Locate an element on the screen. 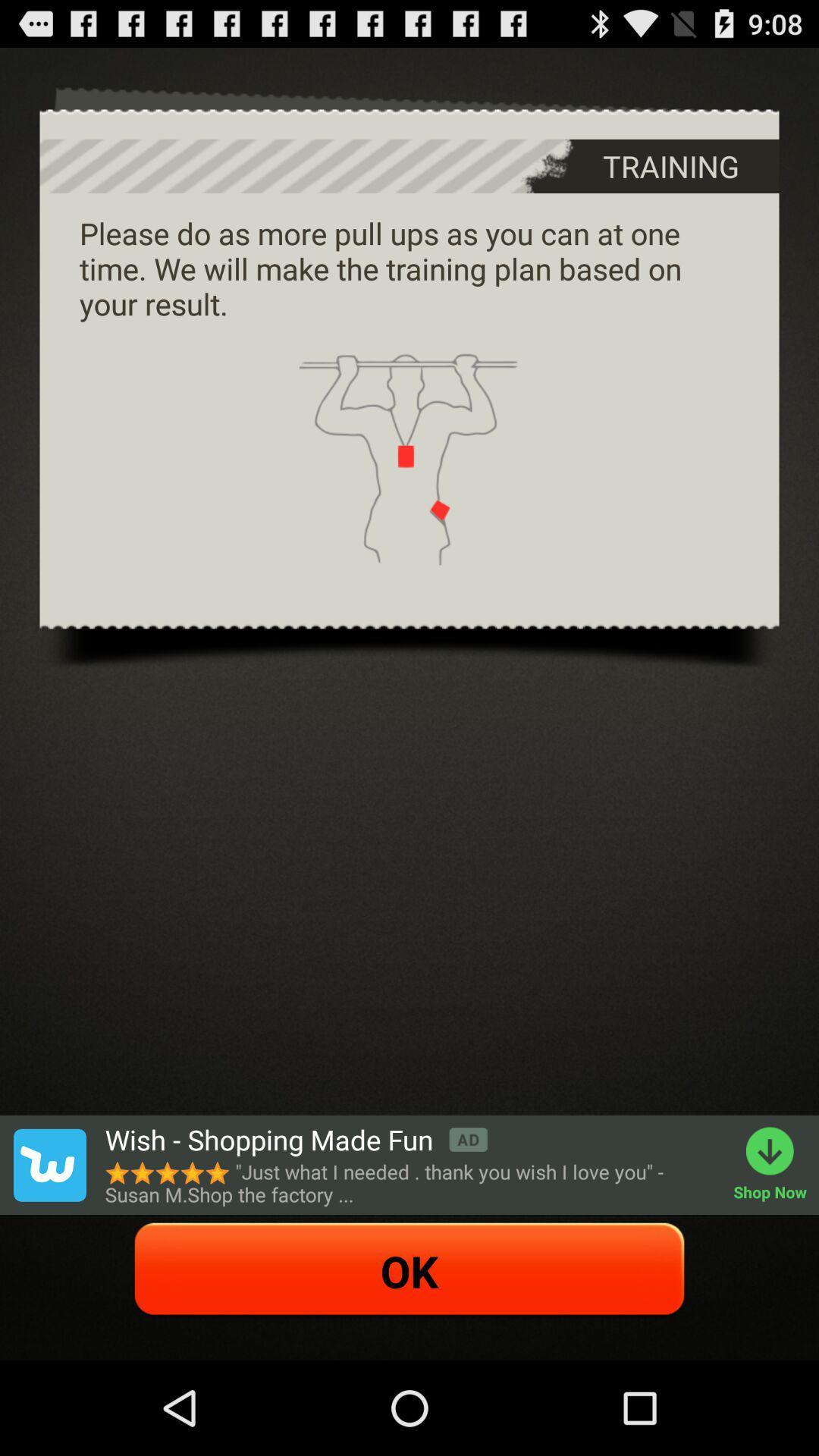 This screenshot has height=1456, width=819. the twitter icon is located at coordinates (49, 1247).